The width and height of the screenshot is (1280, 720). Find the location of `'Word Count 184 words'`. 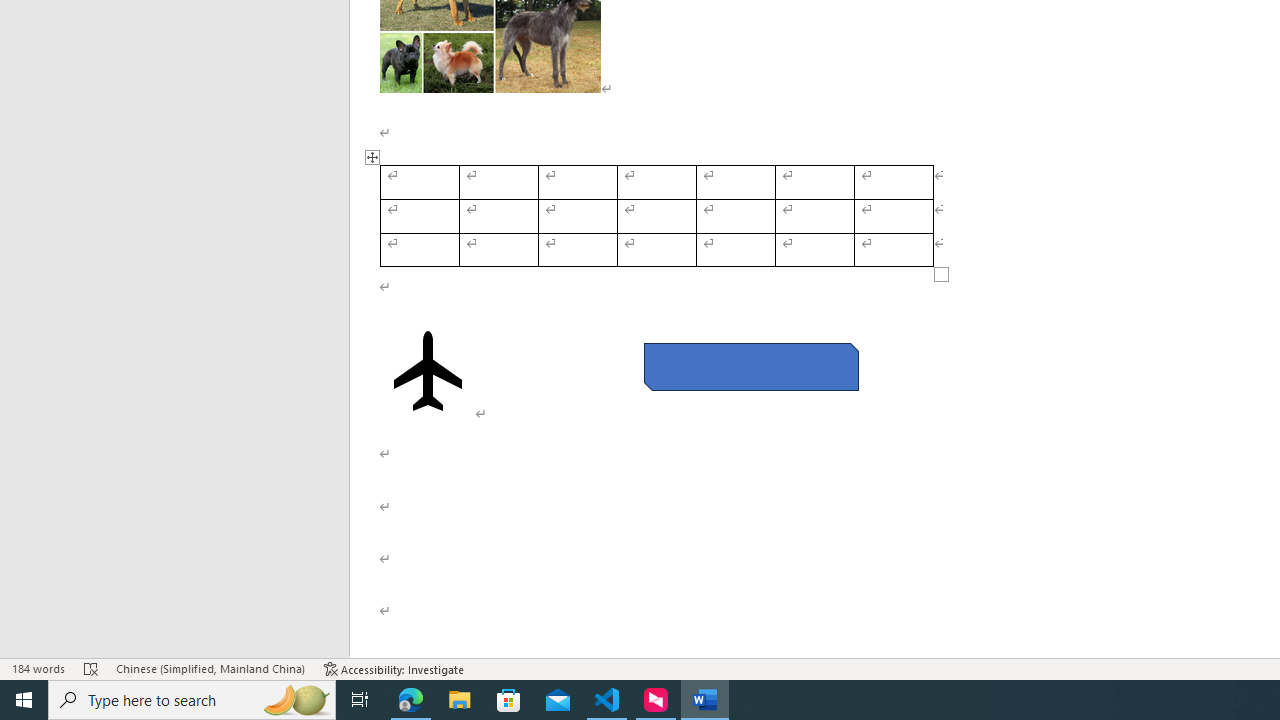

'Word Count 184 words' is located at coordinates (38, 669).